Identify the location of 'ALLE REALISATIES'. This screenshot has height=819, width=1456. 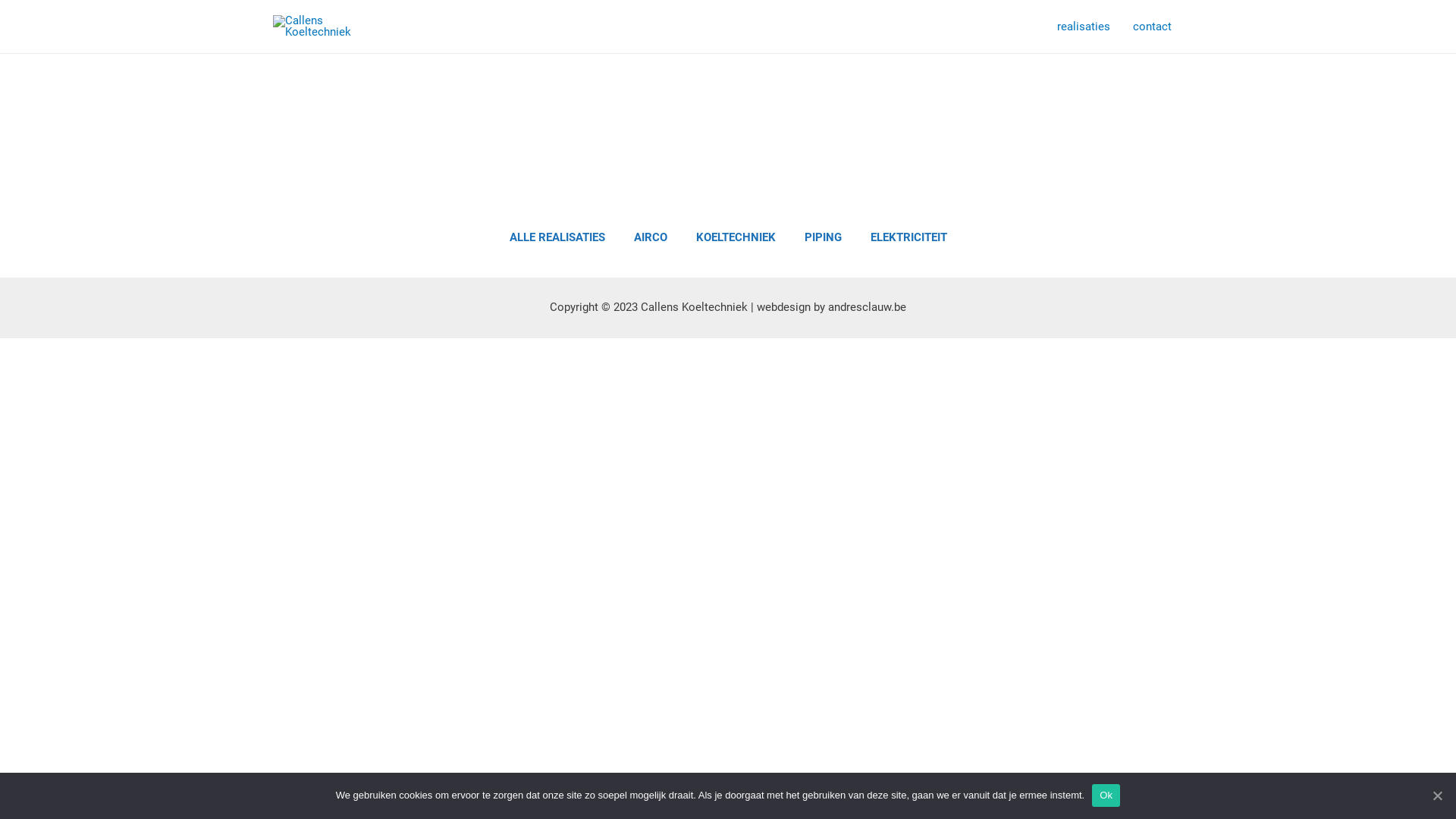
(556, 237).